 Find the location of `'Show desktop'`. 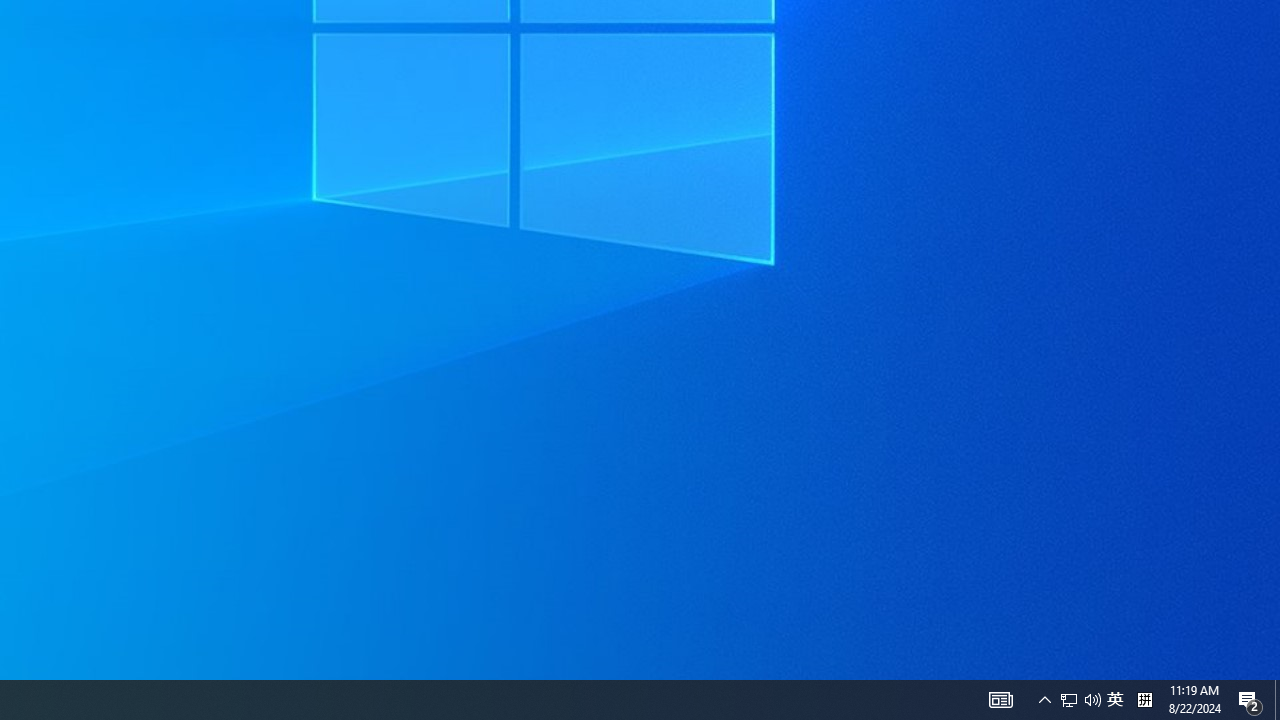

'Show desktop' is located at coordinates (1250, 698).